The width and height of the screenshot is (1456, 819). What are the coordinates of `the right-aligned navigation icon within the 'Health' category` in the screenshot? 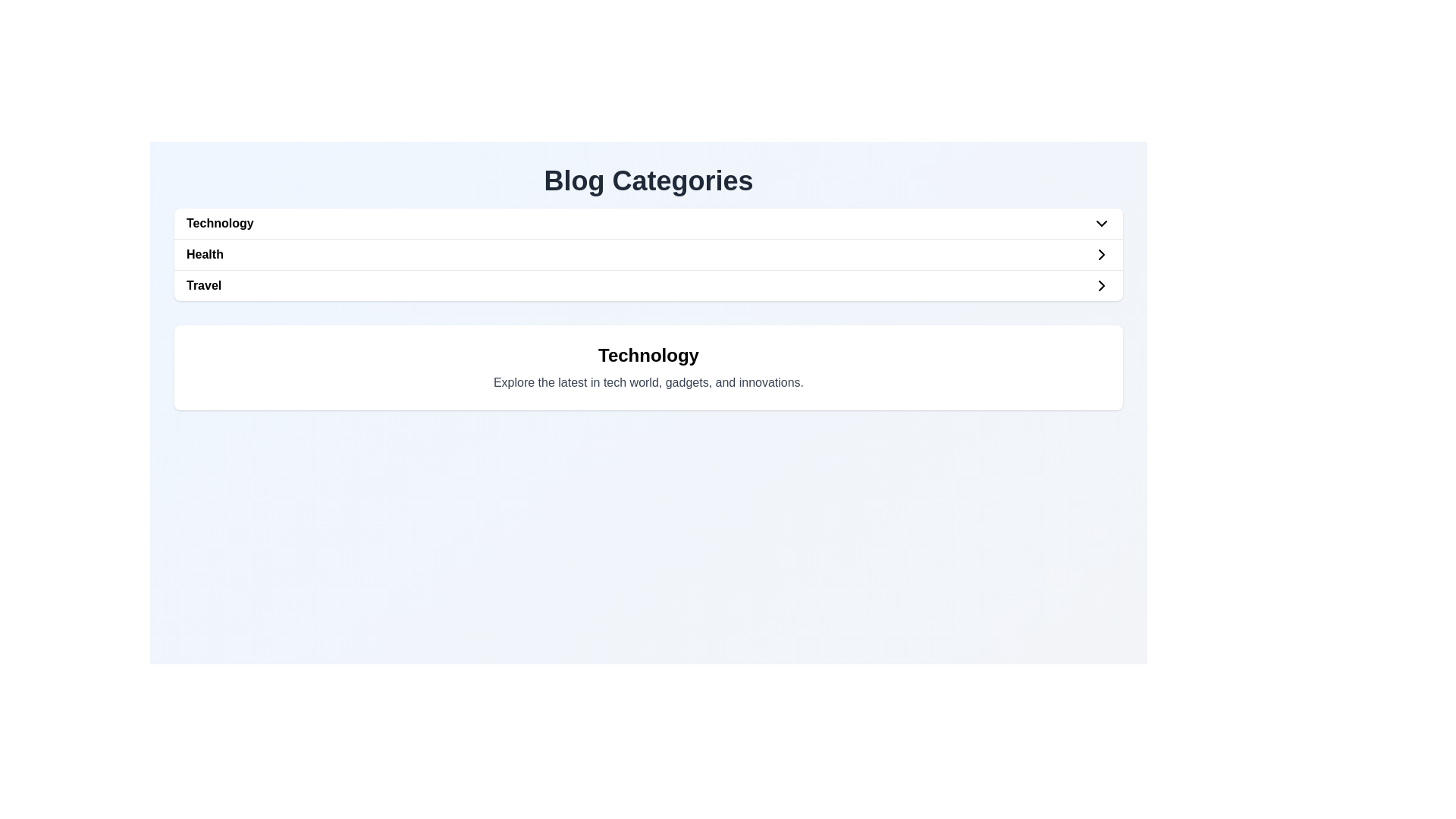 It's located at (1102, 253).